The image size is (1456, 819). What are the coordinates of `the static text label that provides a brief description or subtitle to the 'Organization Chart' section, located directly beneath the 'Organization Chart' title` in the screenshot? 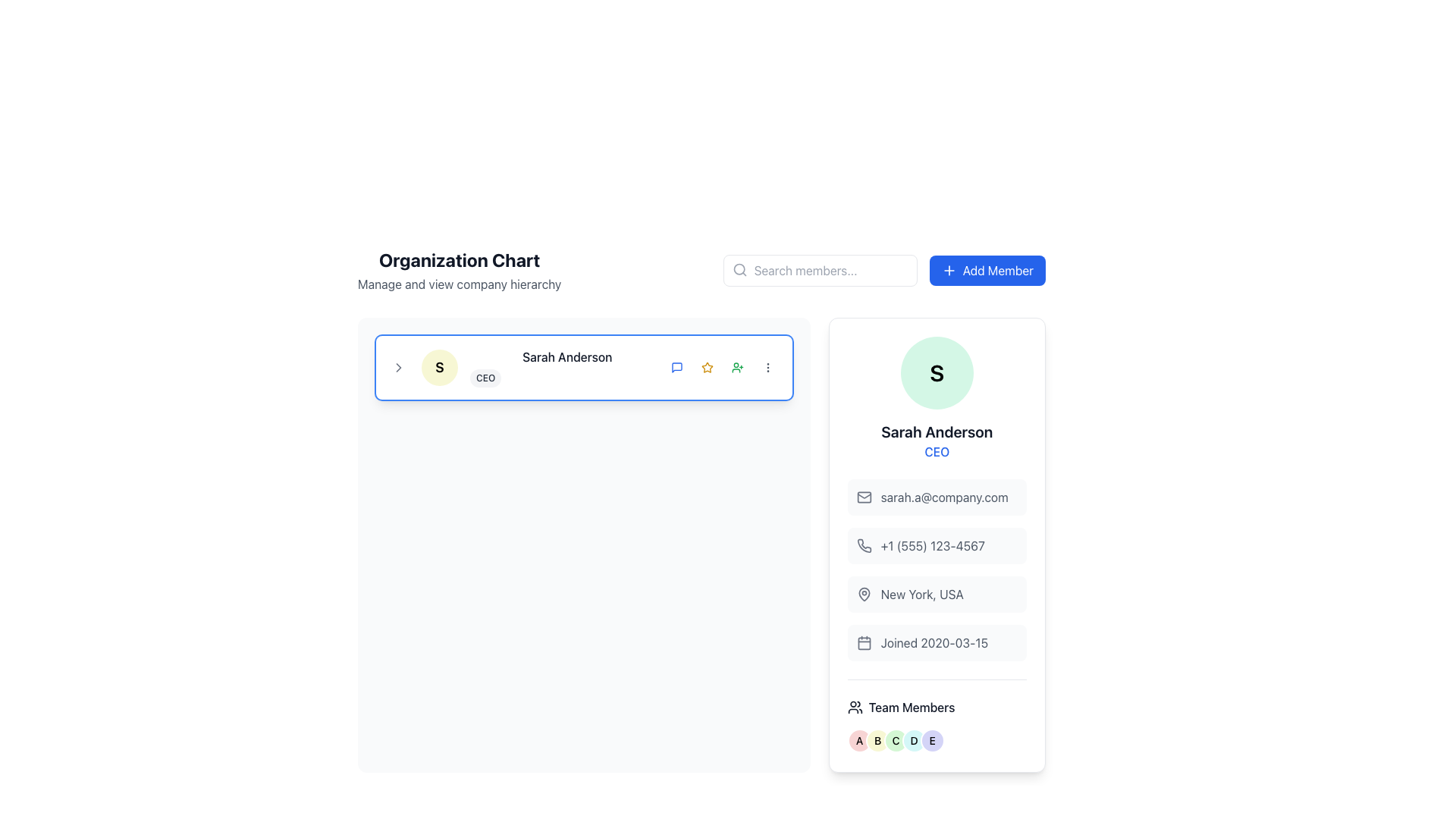 It's located at (459, 284).